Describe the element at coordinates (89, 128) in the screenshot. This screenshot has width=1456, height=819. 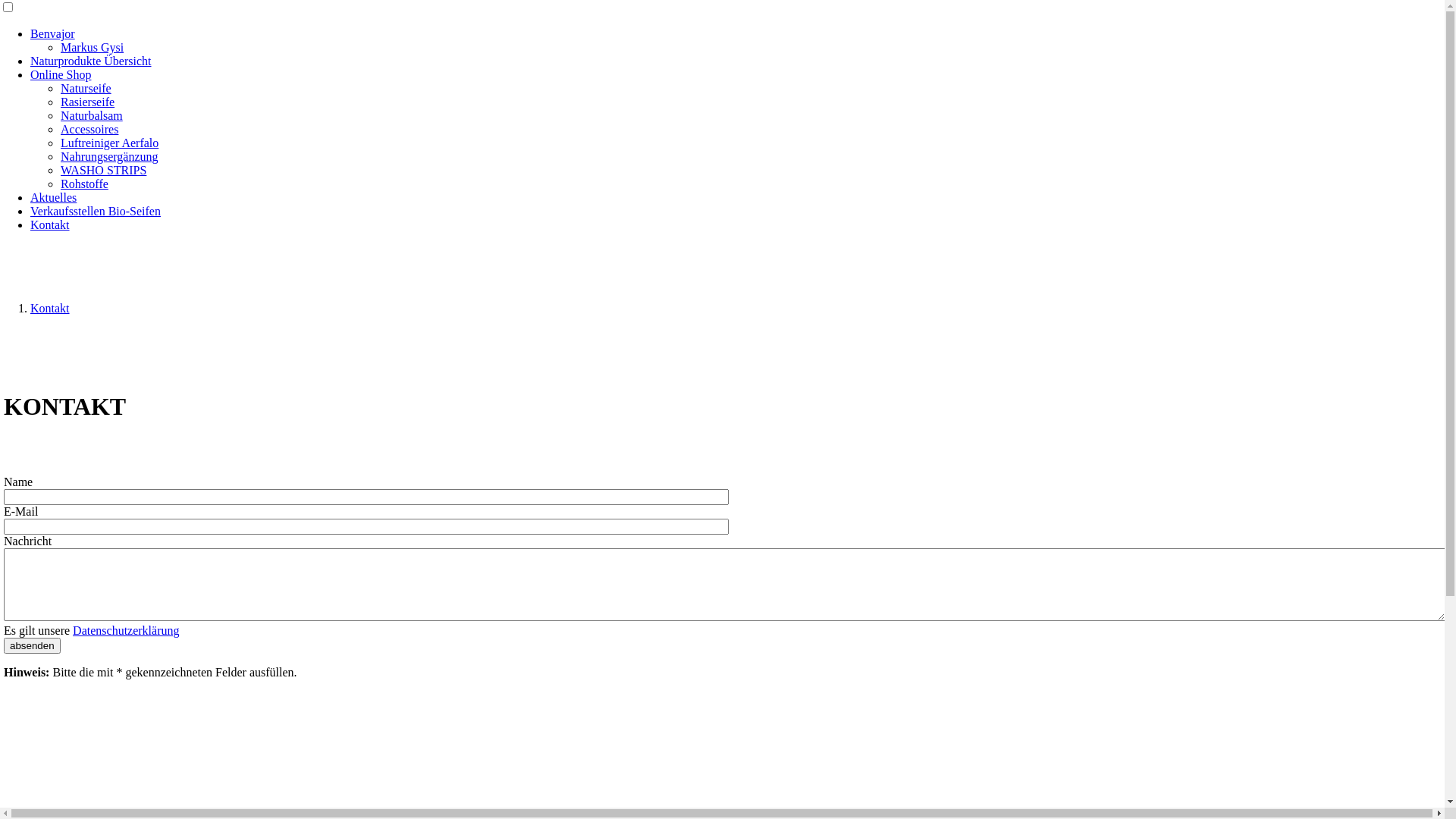
I see `'Accessoires'` at that location.